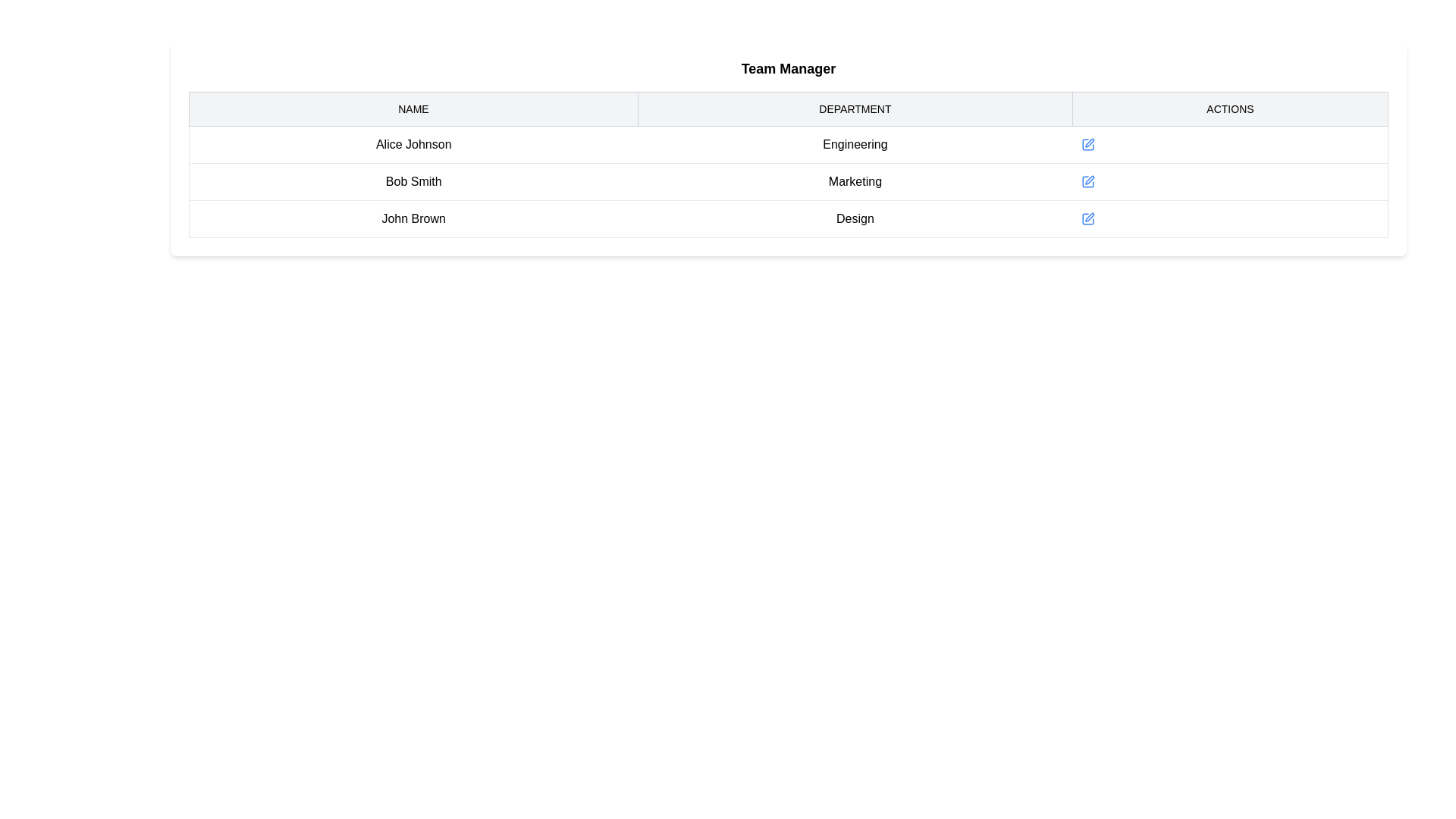  I want to click on the Table Header Cell that serves as the header for the 'Name' column, located at the top-left part of the table, so click(413, 108).